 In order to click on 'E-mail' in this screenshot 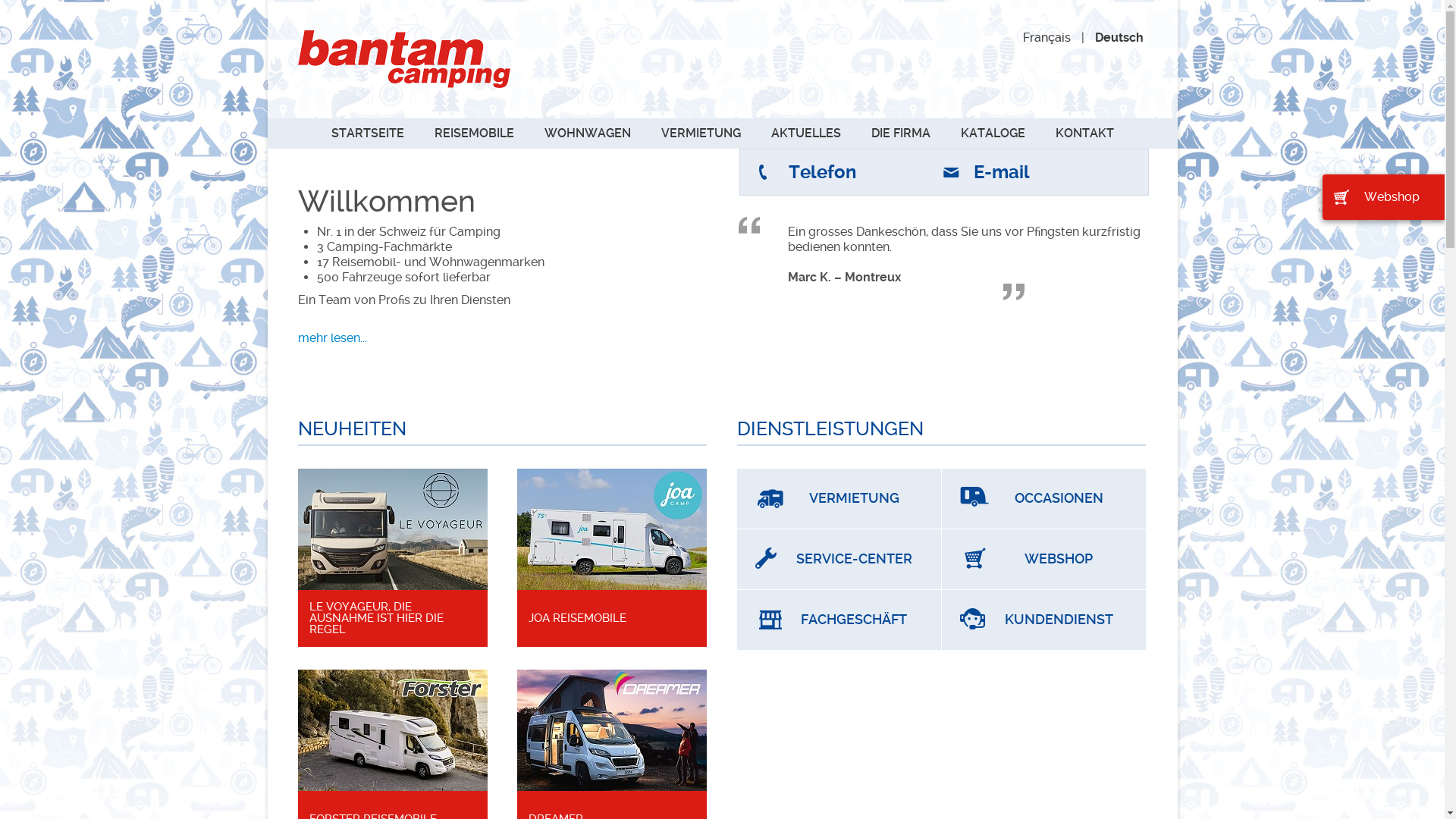, I will do `click(973, 171)`.